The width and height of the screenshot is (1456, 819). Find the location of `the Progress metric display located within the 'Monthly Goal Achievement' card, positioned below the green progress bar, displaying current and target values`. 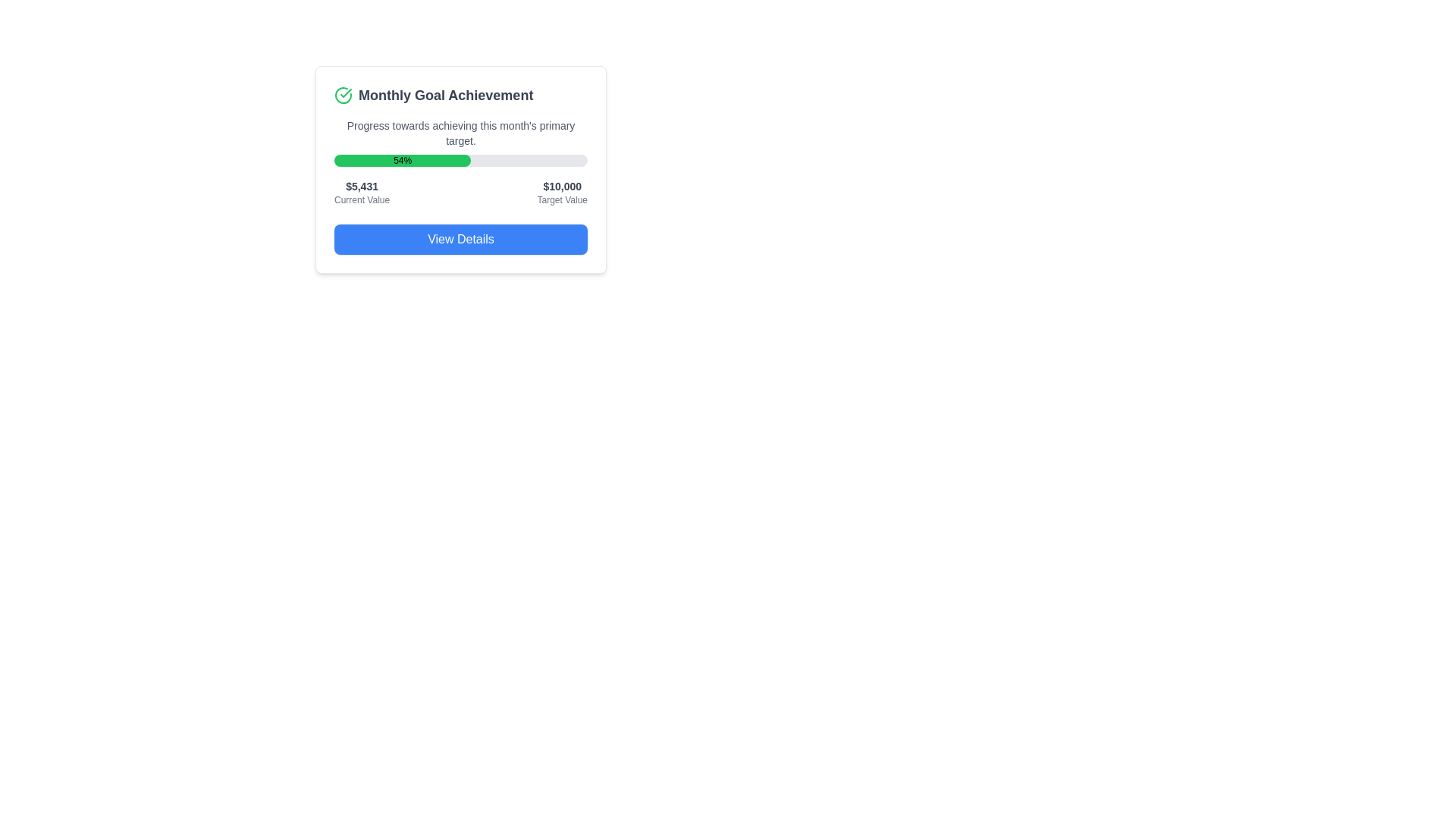

the Progress metric display located within the 'Monthly Goal Achievement' card, positioned below the green progress bar, displaying current and target values is located at coordinates (460, 192).